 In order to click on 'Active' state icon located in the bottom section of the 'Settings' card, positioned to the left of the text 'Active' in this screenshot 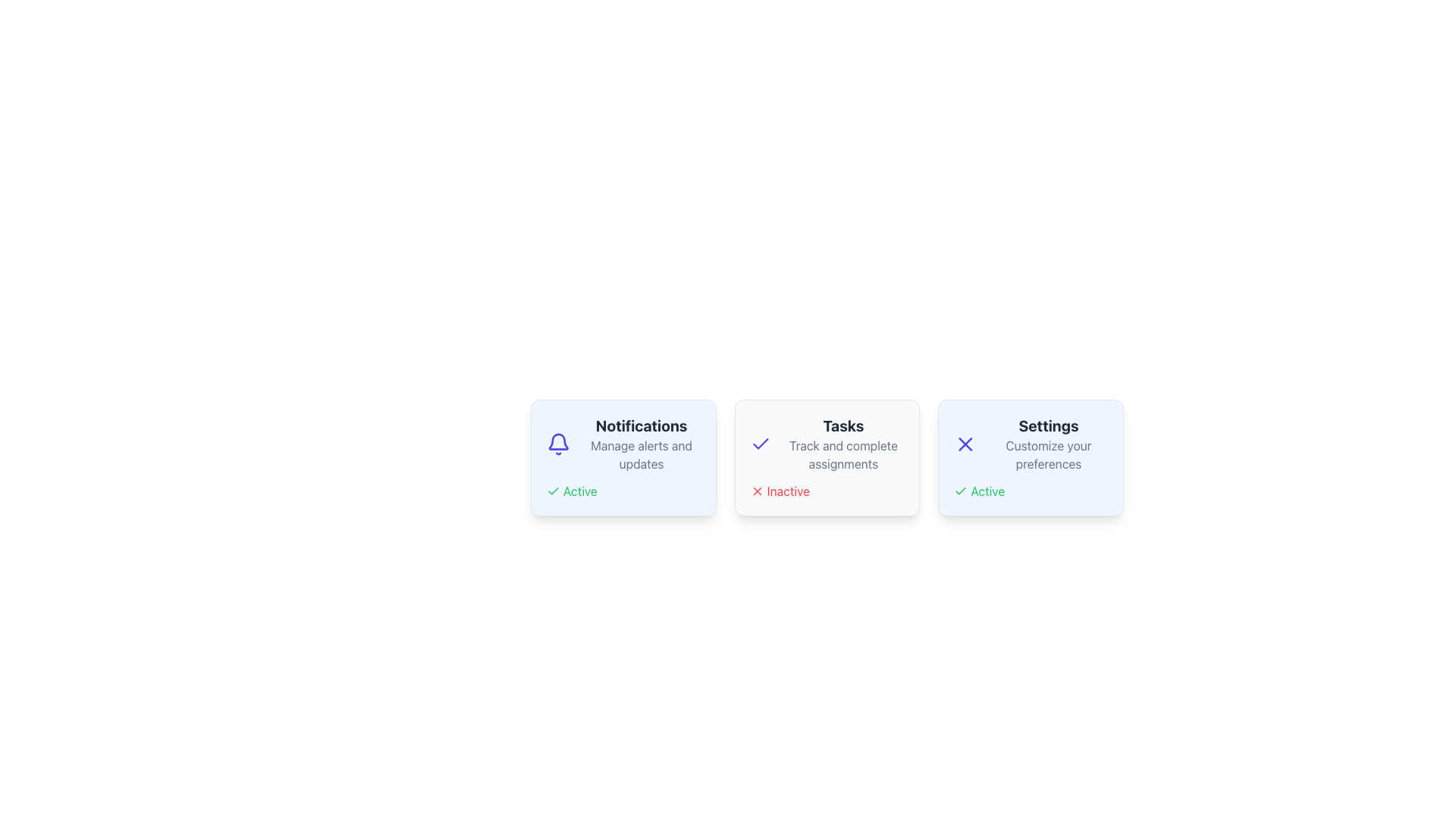, I will do `click(960, 491)`.